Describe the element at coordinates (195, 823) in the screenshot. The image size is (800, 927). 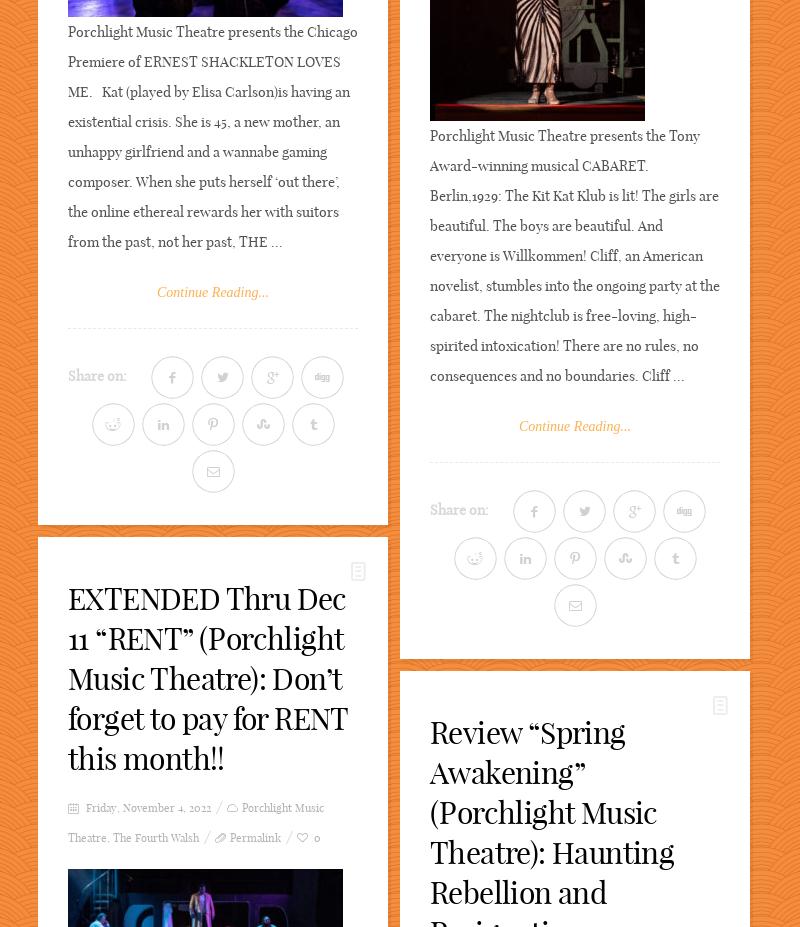
I see `'Porchlight Music Theatre'` at that location.